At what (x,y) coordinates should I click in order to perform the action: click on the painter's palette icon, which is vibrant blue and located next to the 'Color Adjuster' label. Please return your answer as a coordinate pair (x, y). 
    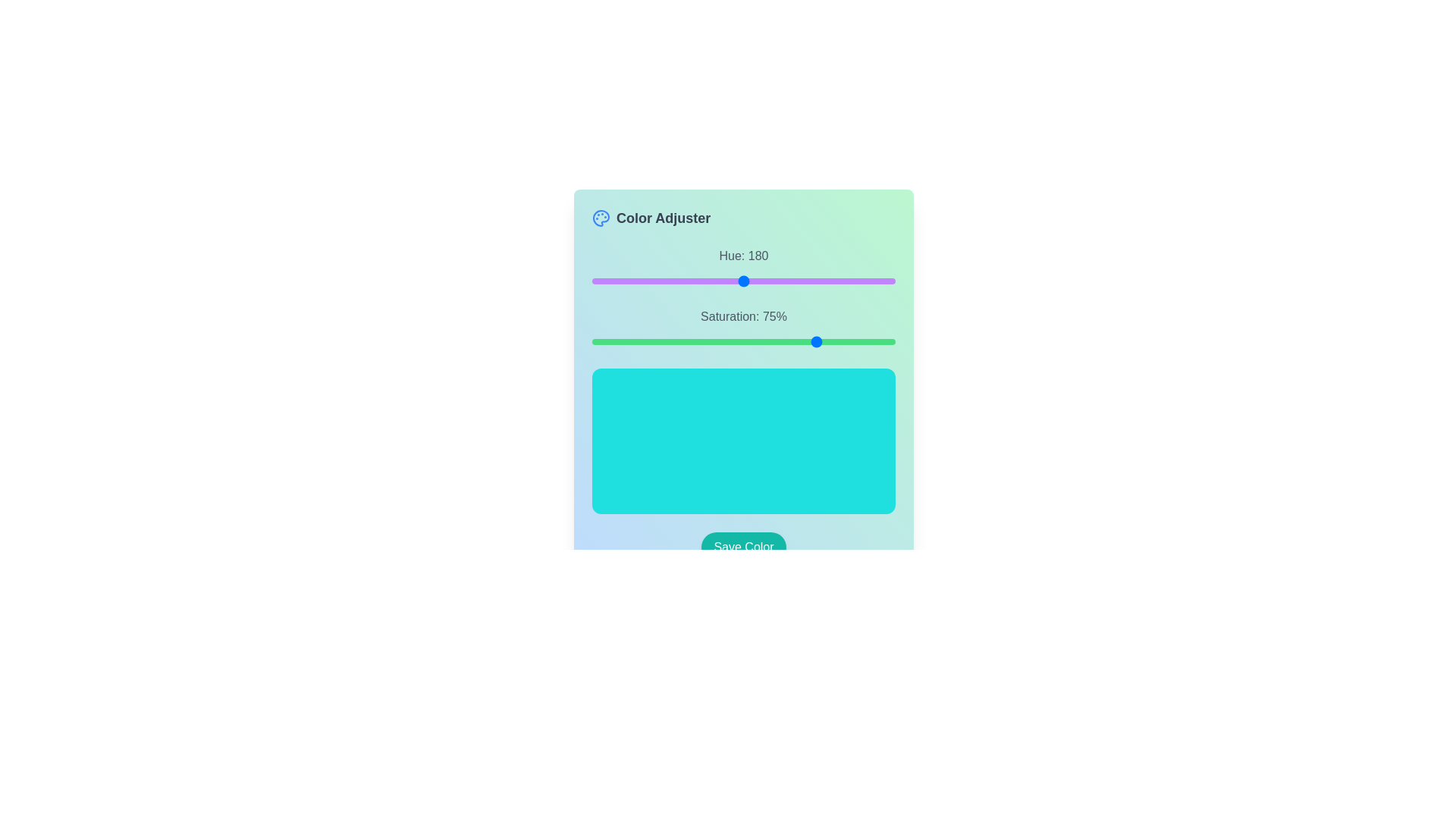
    Looking at the image, I should click on (600, 218).